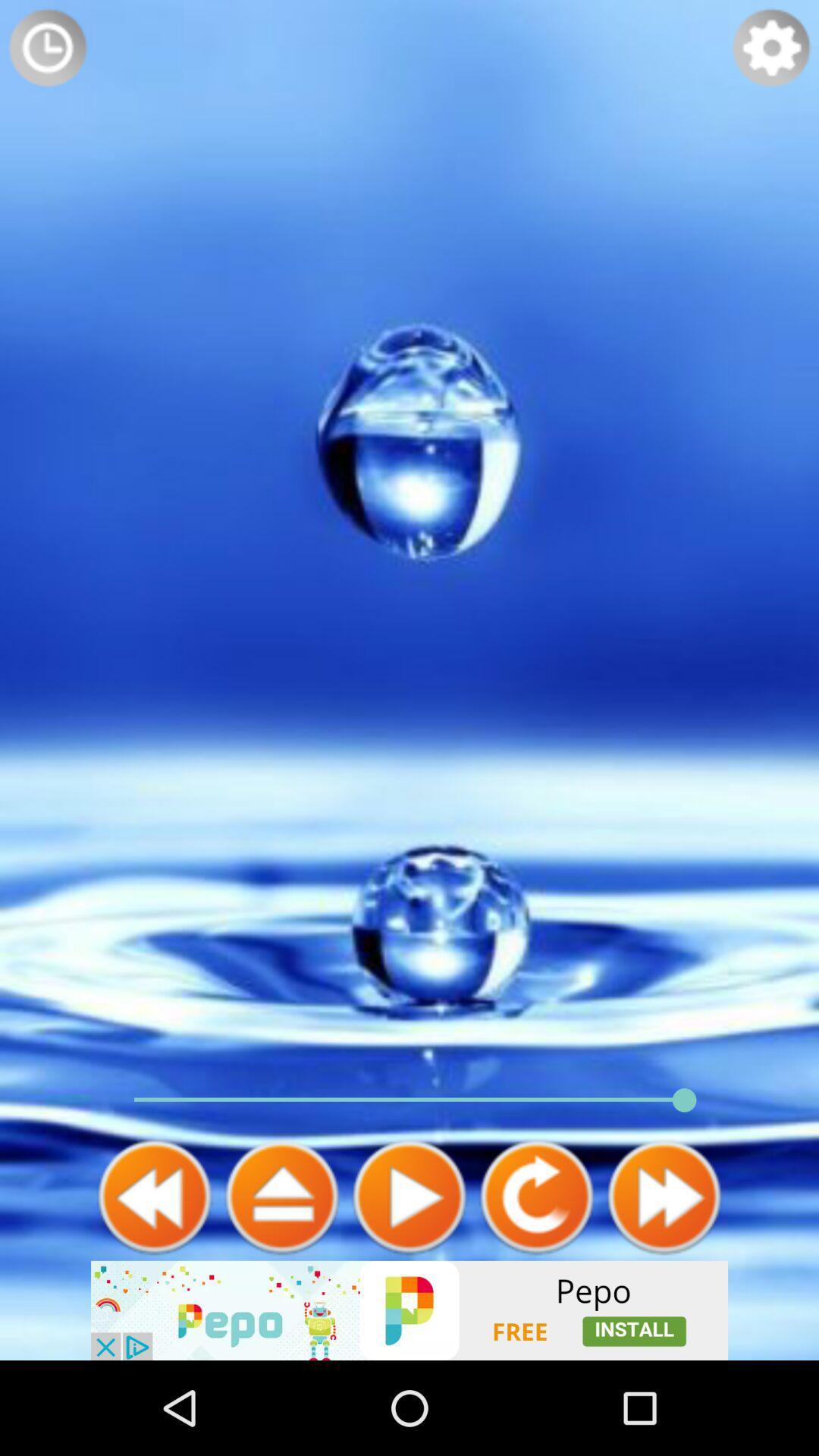 The image size is (819, 1456). What do you see at coordinates (409, 1196) in the screenshot?
I see `botton` at bounding box center [409, 1196].